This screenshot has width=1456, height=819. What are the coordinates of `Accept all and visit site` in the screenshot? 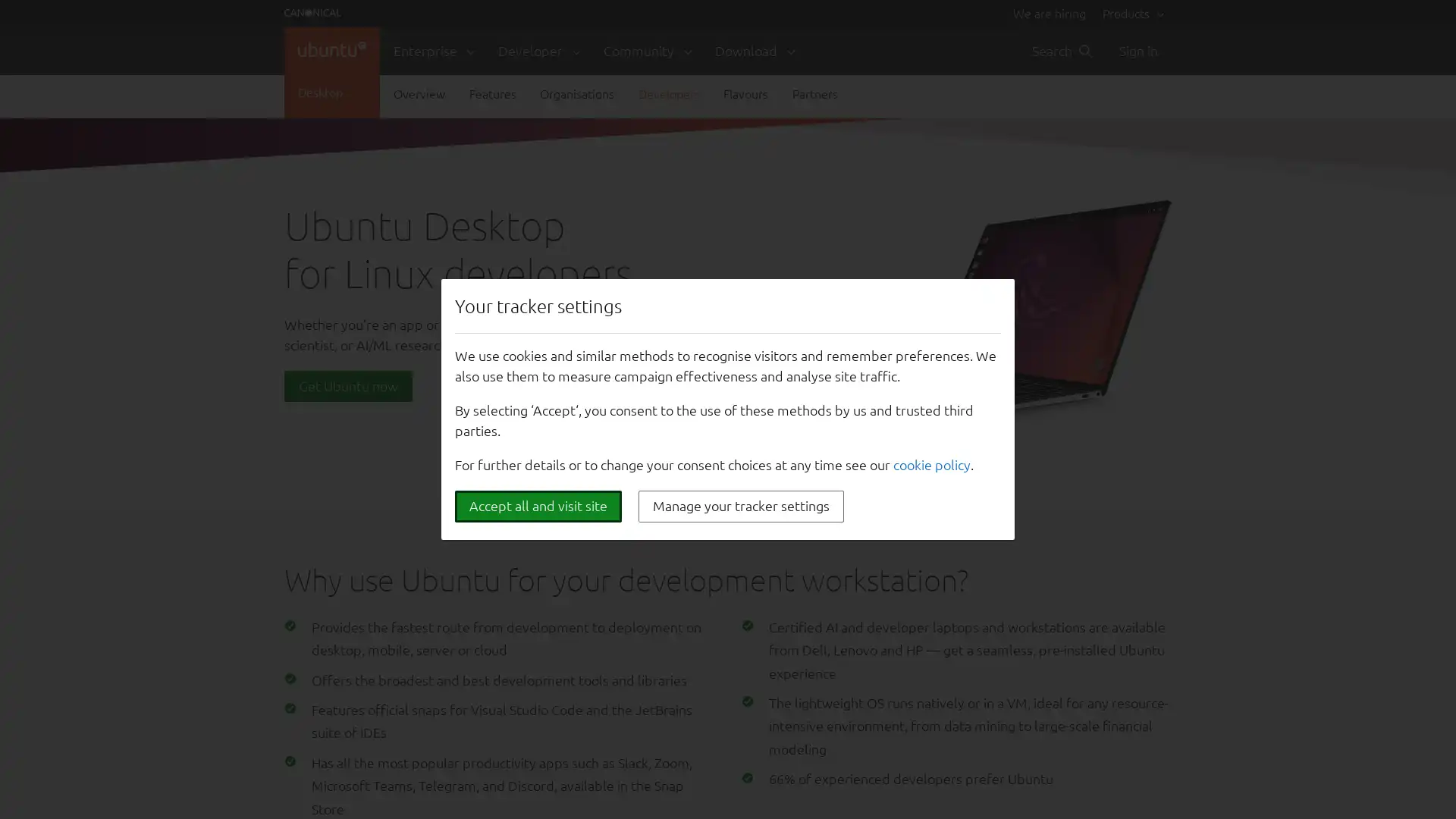 It's located at (538, 506).